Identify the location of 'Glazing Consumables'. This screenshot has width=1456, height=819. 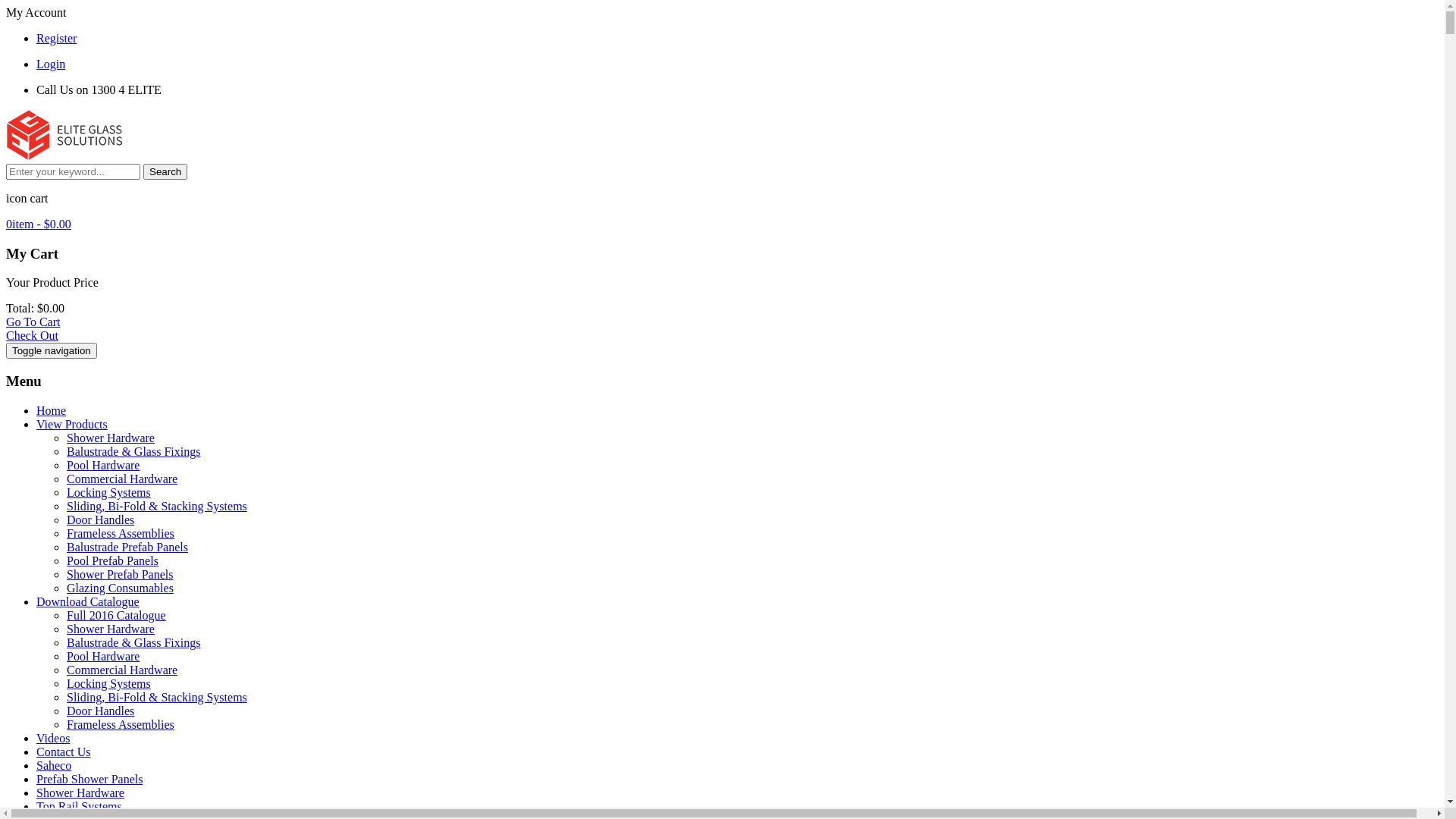
(119, 587).